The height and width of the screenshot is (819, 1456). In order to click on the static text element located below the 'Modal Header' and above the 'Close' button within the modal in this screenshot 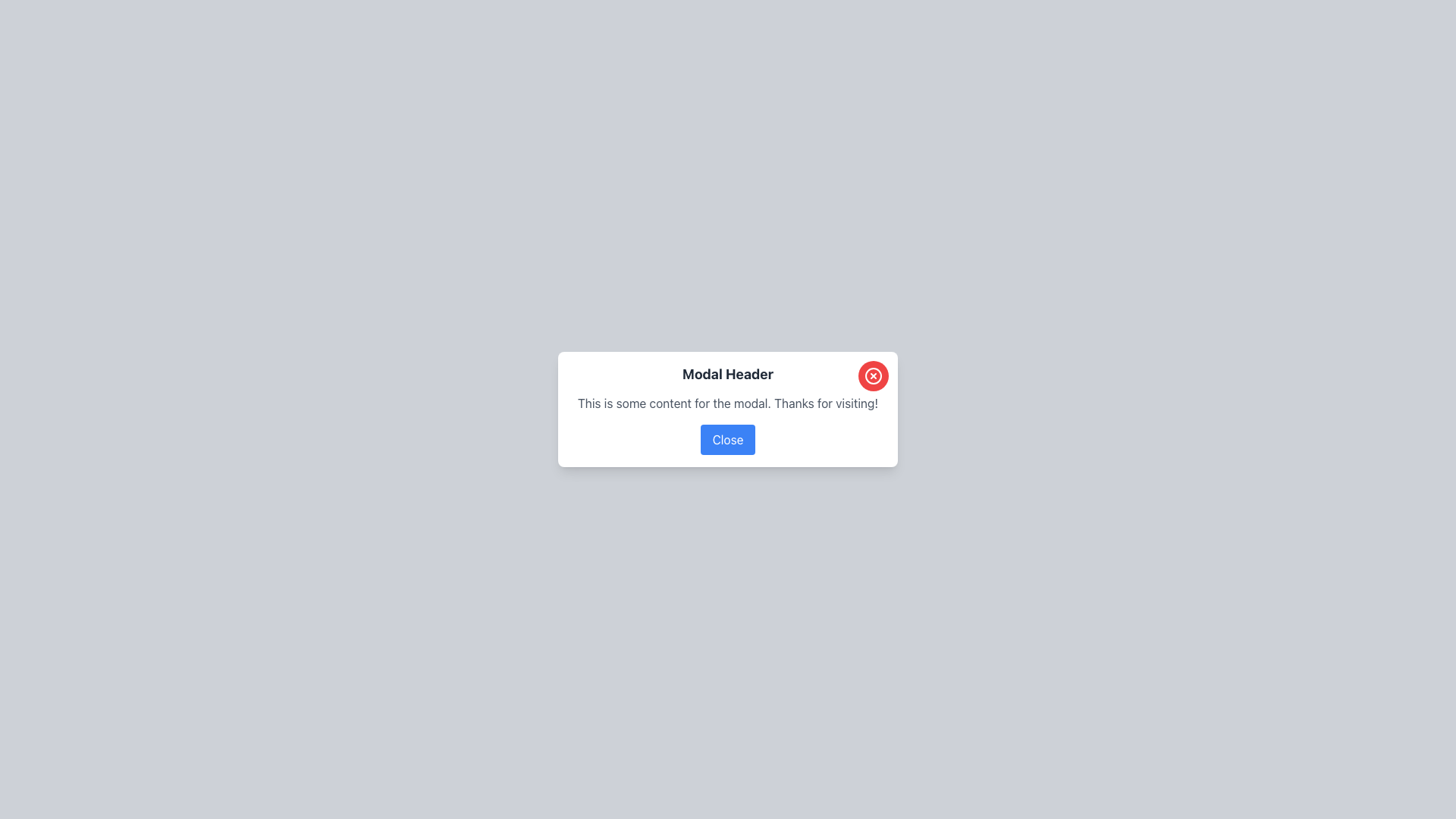, I will do `click(728, 403)`.